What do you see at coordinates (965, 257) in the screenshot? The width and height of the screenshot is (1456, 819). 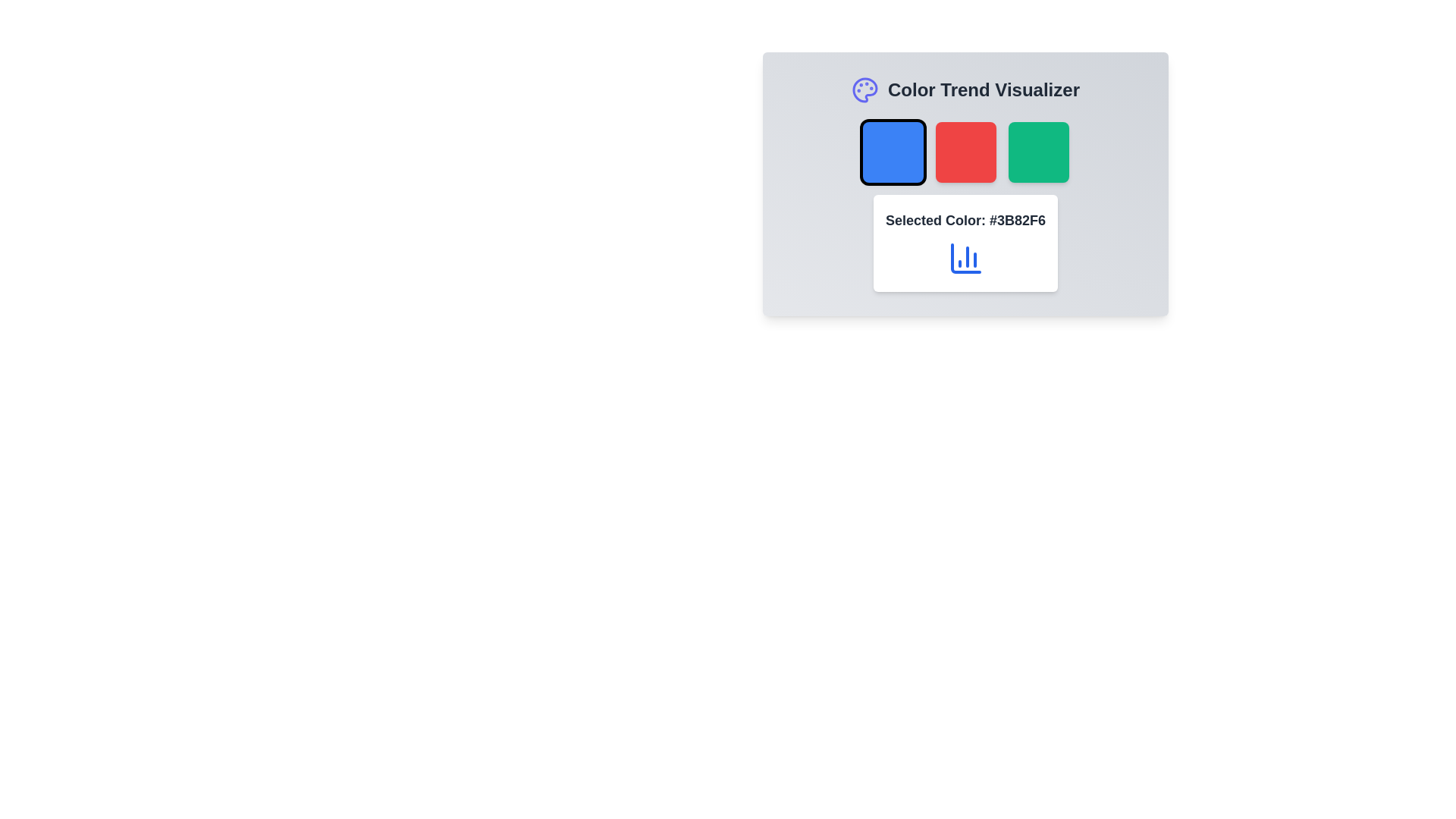 I see `the stylized graphical shape resembling a bar chart, which is part of a compact graphical icon located within a white card under the 'Selected Color' text` at bounding box center [965, 257].